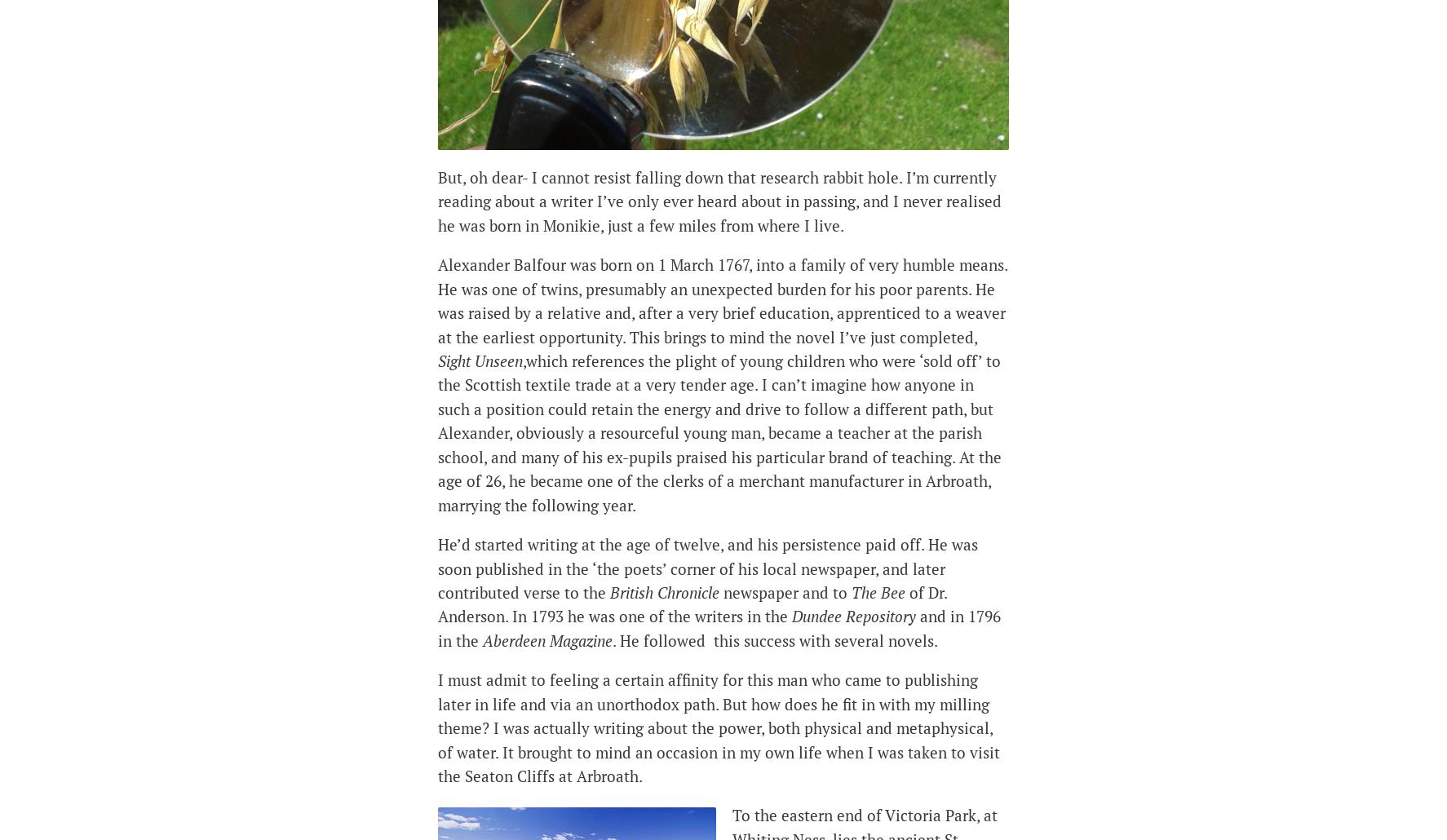 This screenshot has height=840, width=1447. What do you see at coordinates (722, 300) in the screenshot?
I see `'Alexander Balfour was born on 1 March 1767, into a family of very humble means. He was one of twins, presumably an unexpected burden for his poor parents. He was raised by a relative and, after a very brief education, apprenticed to a weaver at the earliest opportunity. This brings to mind the novel I’ve just completed,'` at bounding box center [722, 300].